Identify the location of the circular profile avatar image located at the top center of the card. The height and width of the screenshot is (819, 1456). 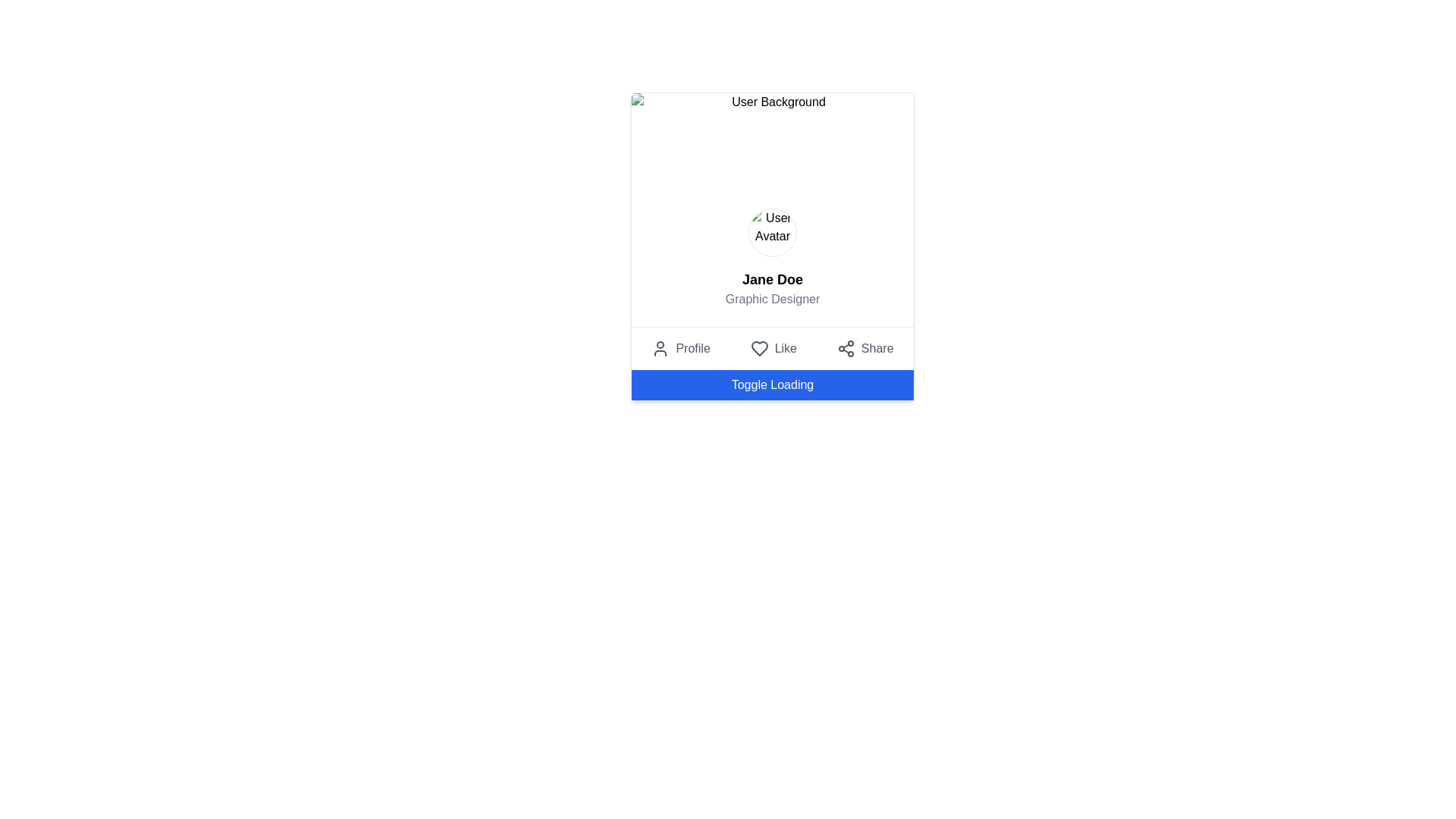
(772, 233).